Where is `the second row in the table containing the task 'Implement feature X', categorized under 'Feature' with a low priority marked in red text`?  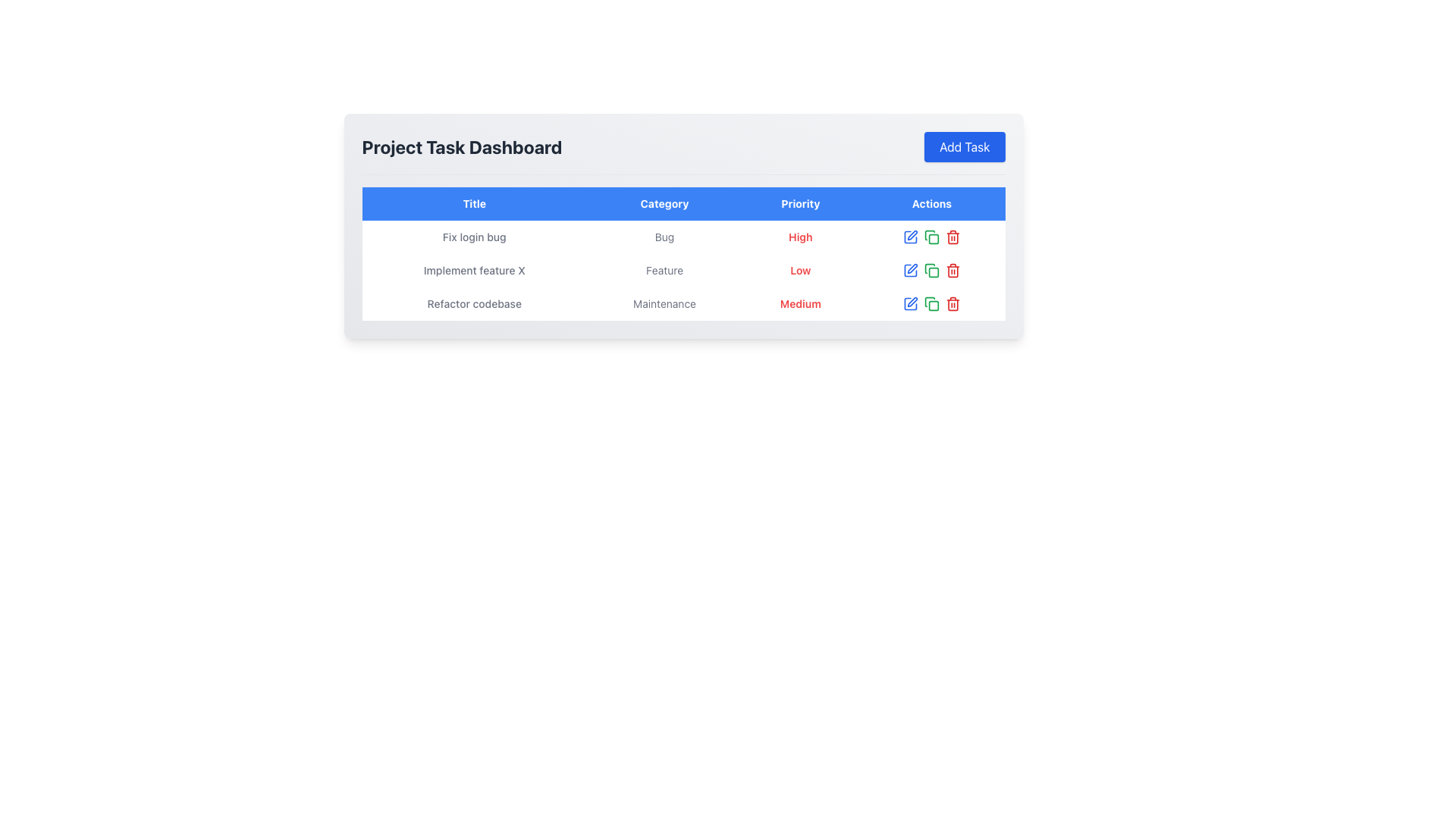 the second row in the table containing the task 'Implement feature X', categorized under 'Feature' with a low priority marked in red text is located at coordinates (682, 270).